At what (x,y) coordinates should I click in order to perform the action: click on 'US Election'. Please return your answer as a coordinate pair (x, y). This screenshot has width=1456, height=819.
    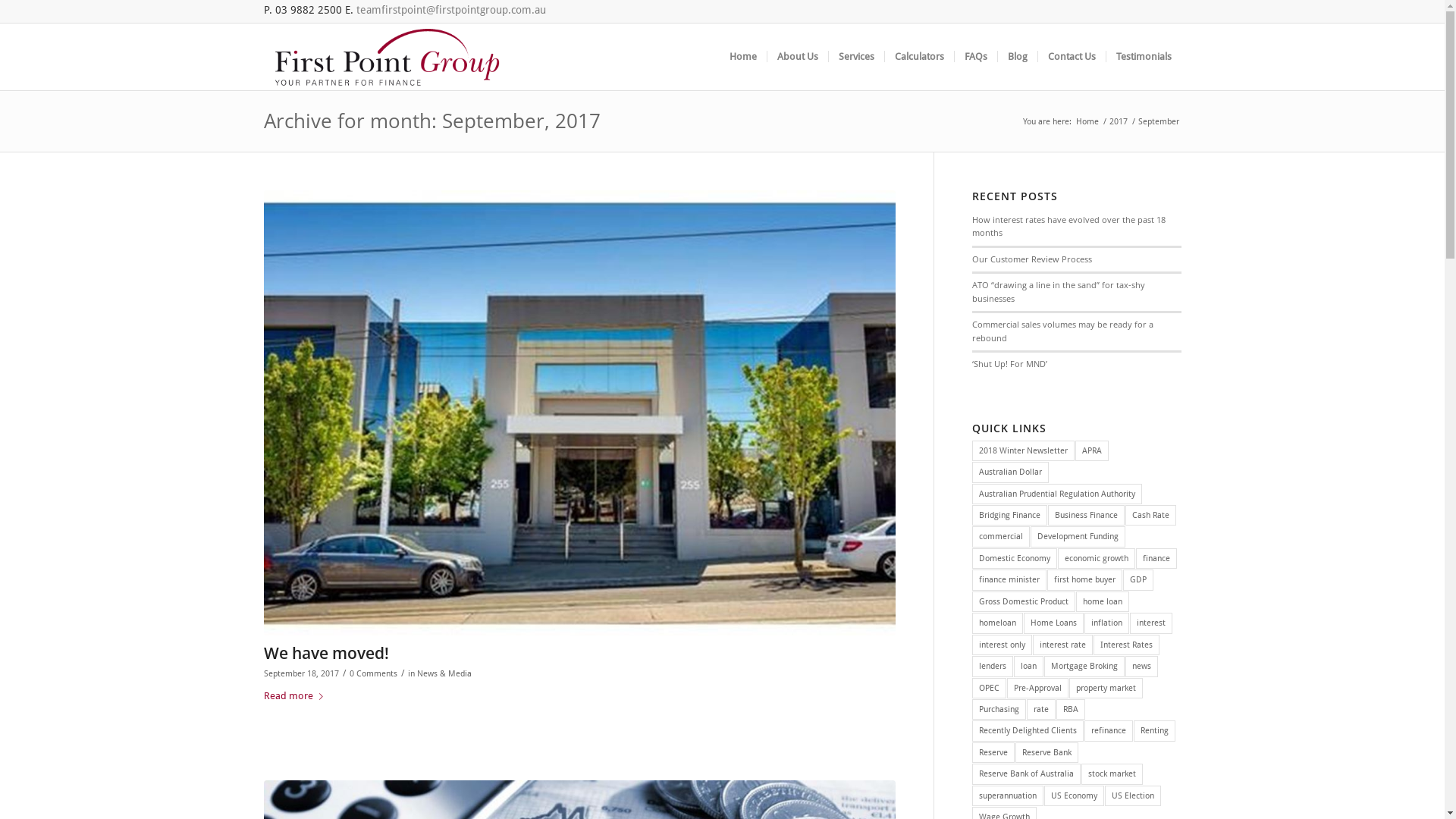
    Looking at the image, I should click on (1132, 795).